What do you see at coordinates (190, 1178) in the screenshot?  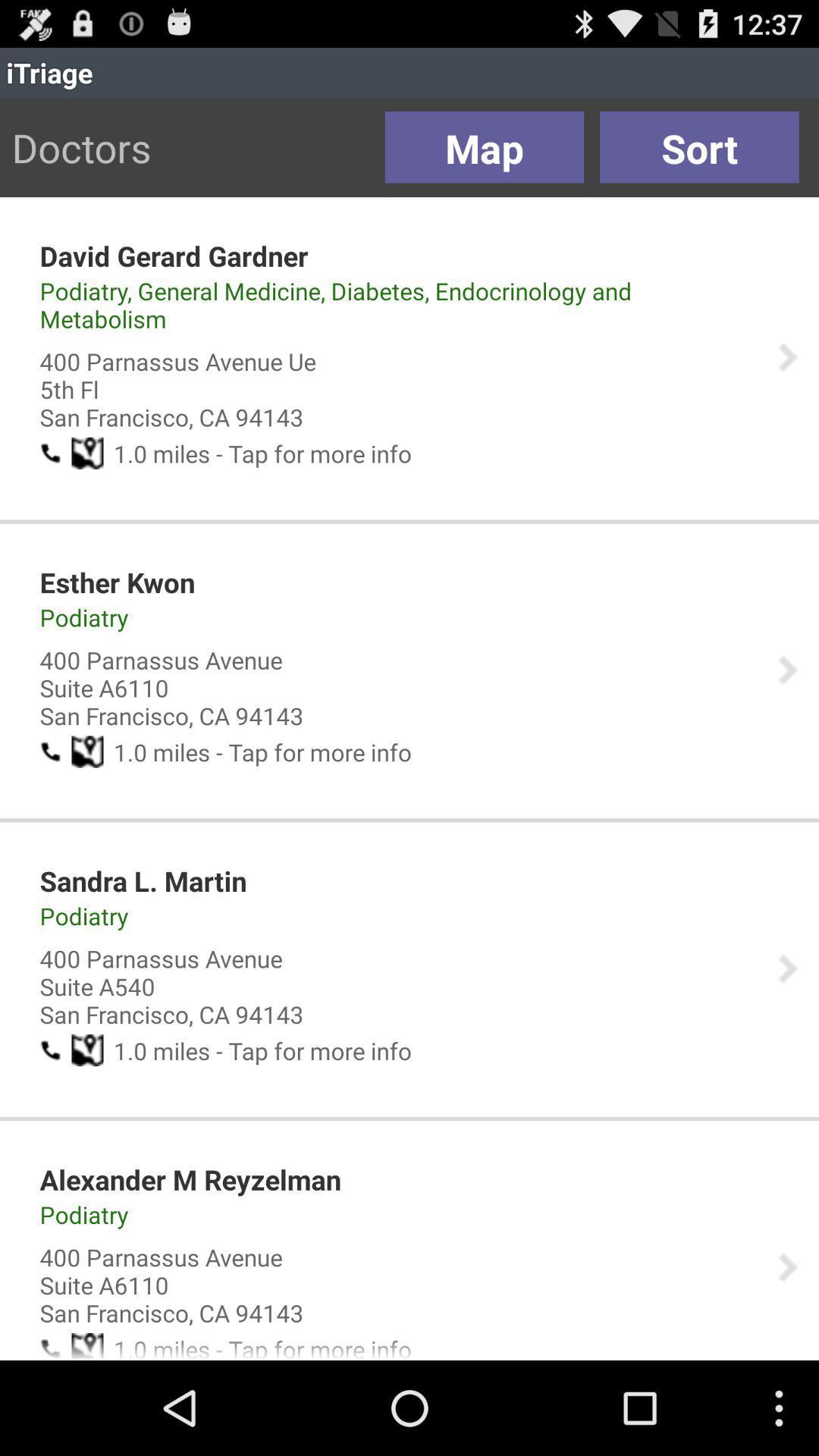 I see `the item below 1.0 icon` at bounding box center [190, 1178].